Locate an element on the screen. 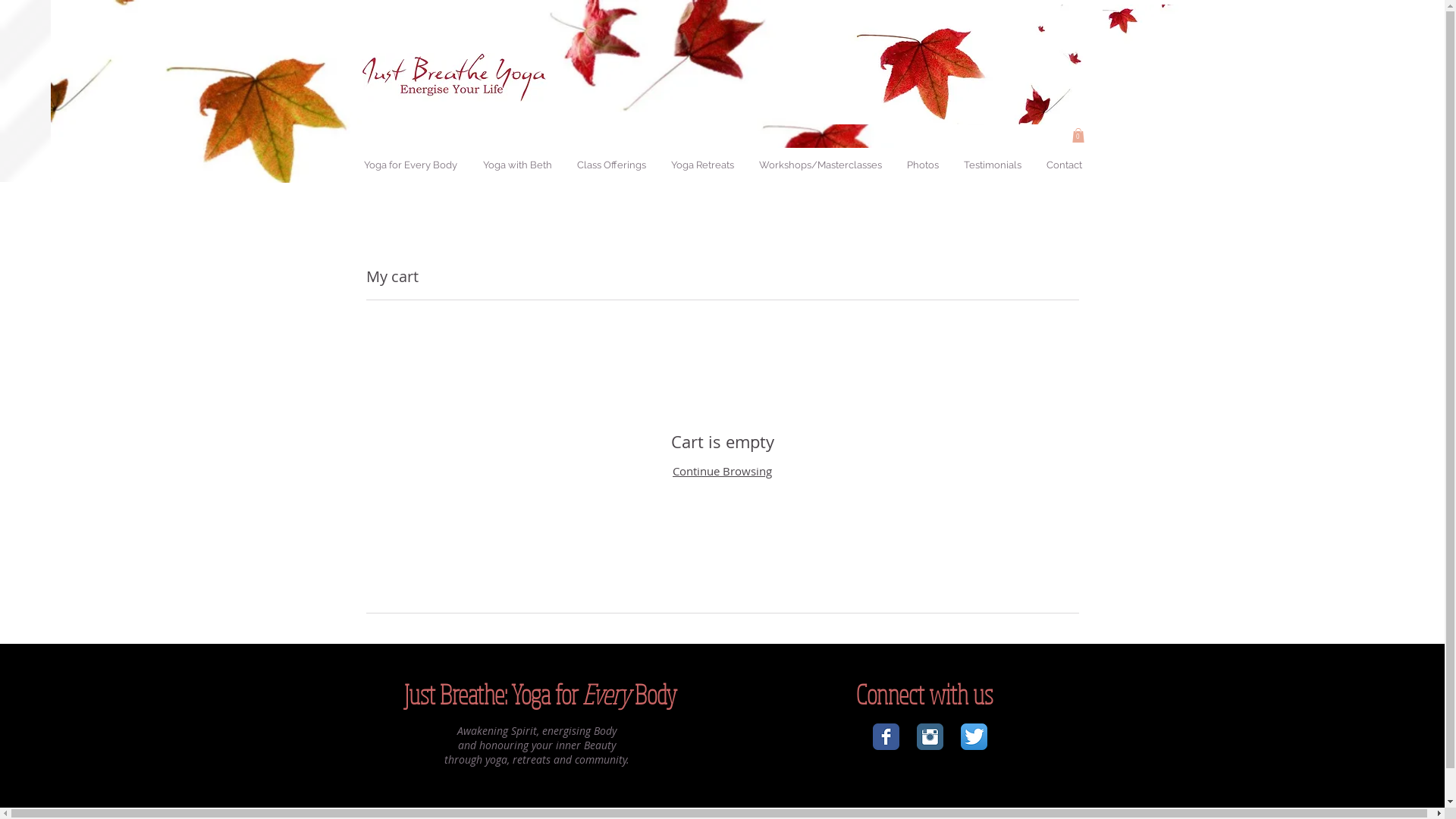 The height and width of the screenshot is (819, 1456). 'Yoga for Every Body' is located at coordinates (351, 165).